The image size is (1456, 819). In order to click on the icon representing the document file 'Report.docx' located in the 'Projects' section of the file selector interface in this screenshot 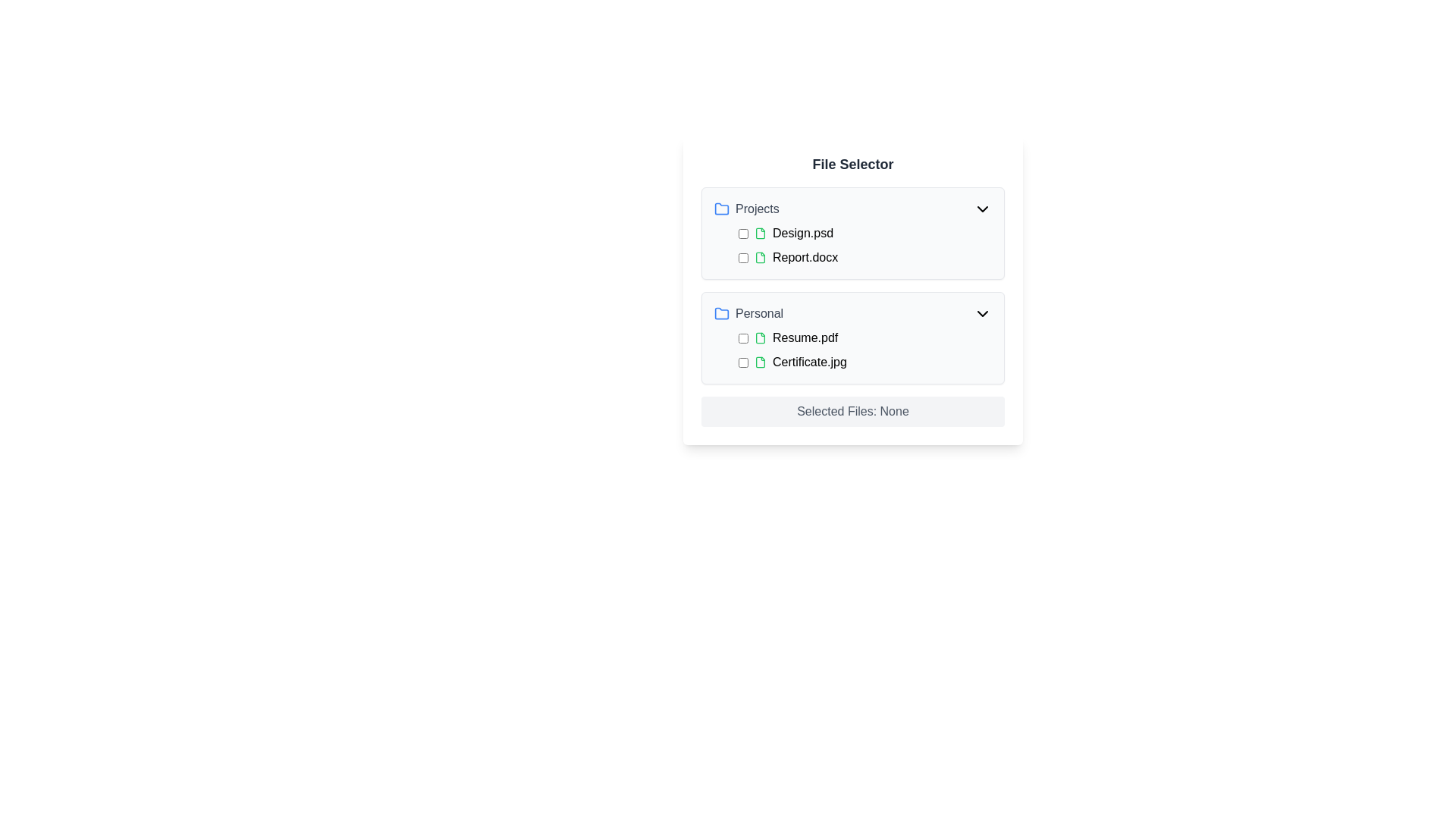, I will do `click(761, 256)`.